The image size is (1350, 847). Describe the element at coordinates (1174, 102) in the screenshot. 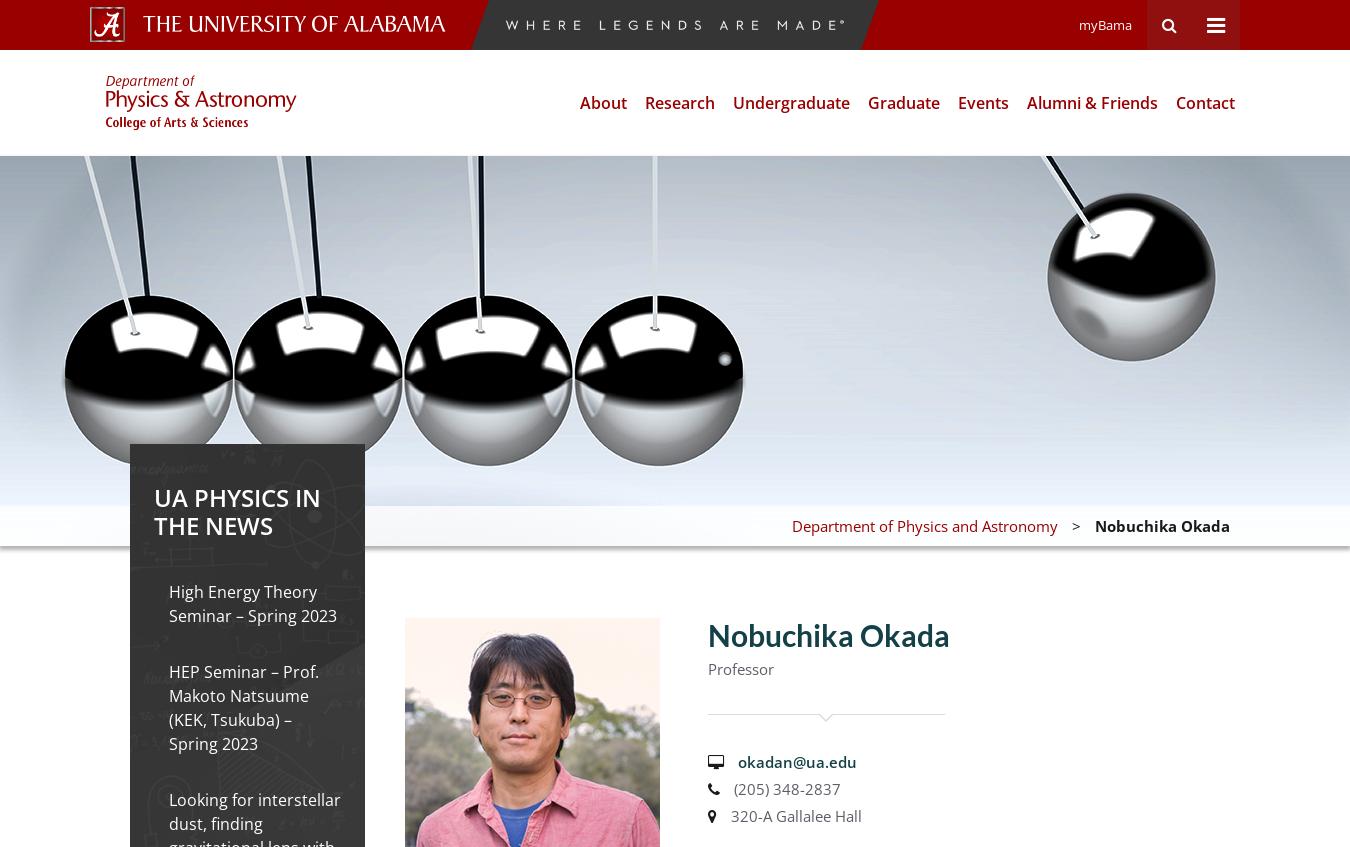

I see `'Contact'` at that location.